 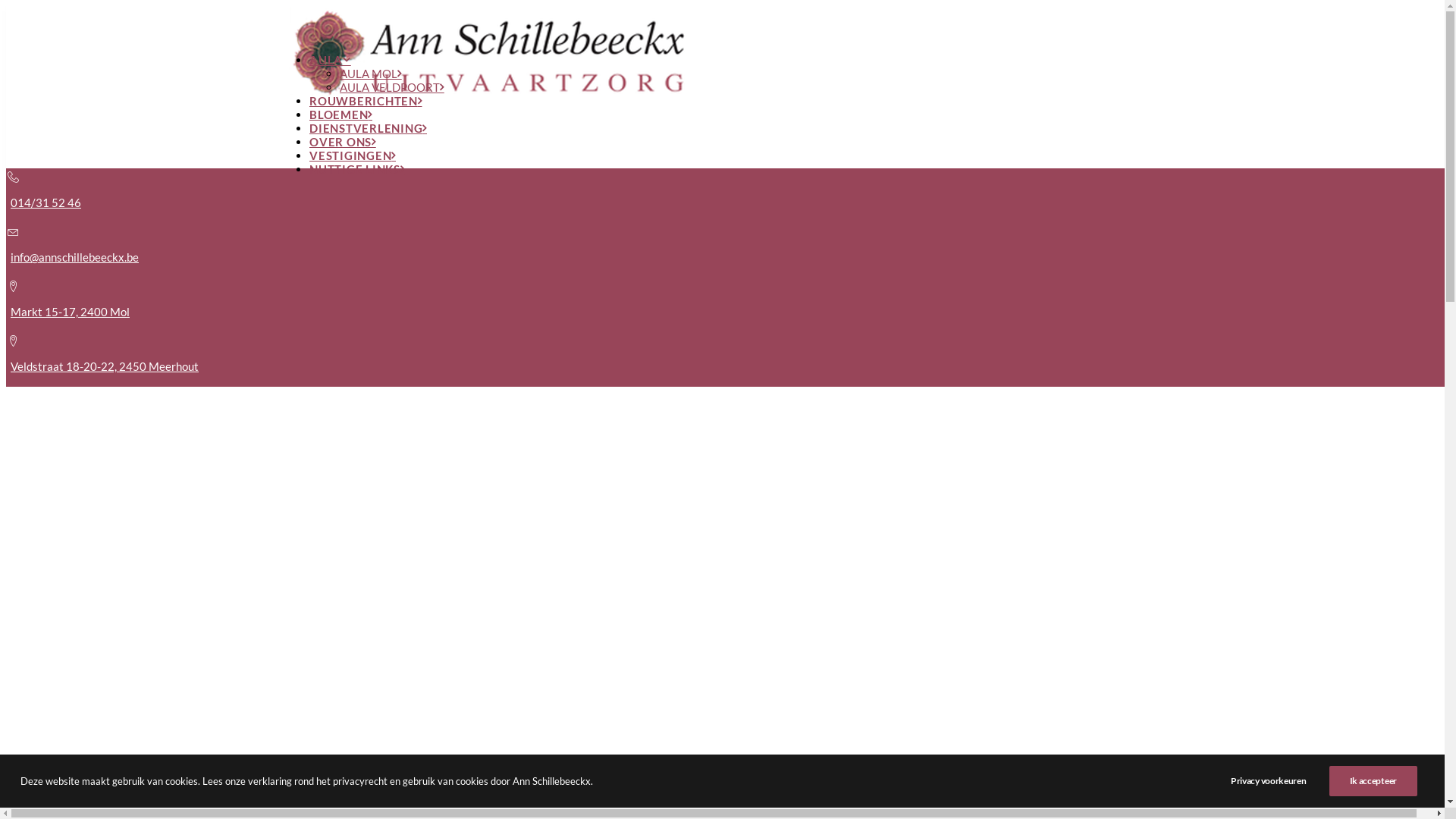 What do you see at coordinates (45, 201) in the screenshot?
I see `'014/31 52 46'` at bounding box center [45, 201].